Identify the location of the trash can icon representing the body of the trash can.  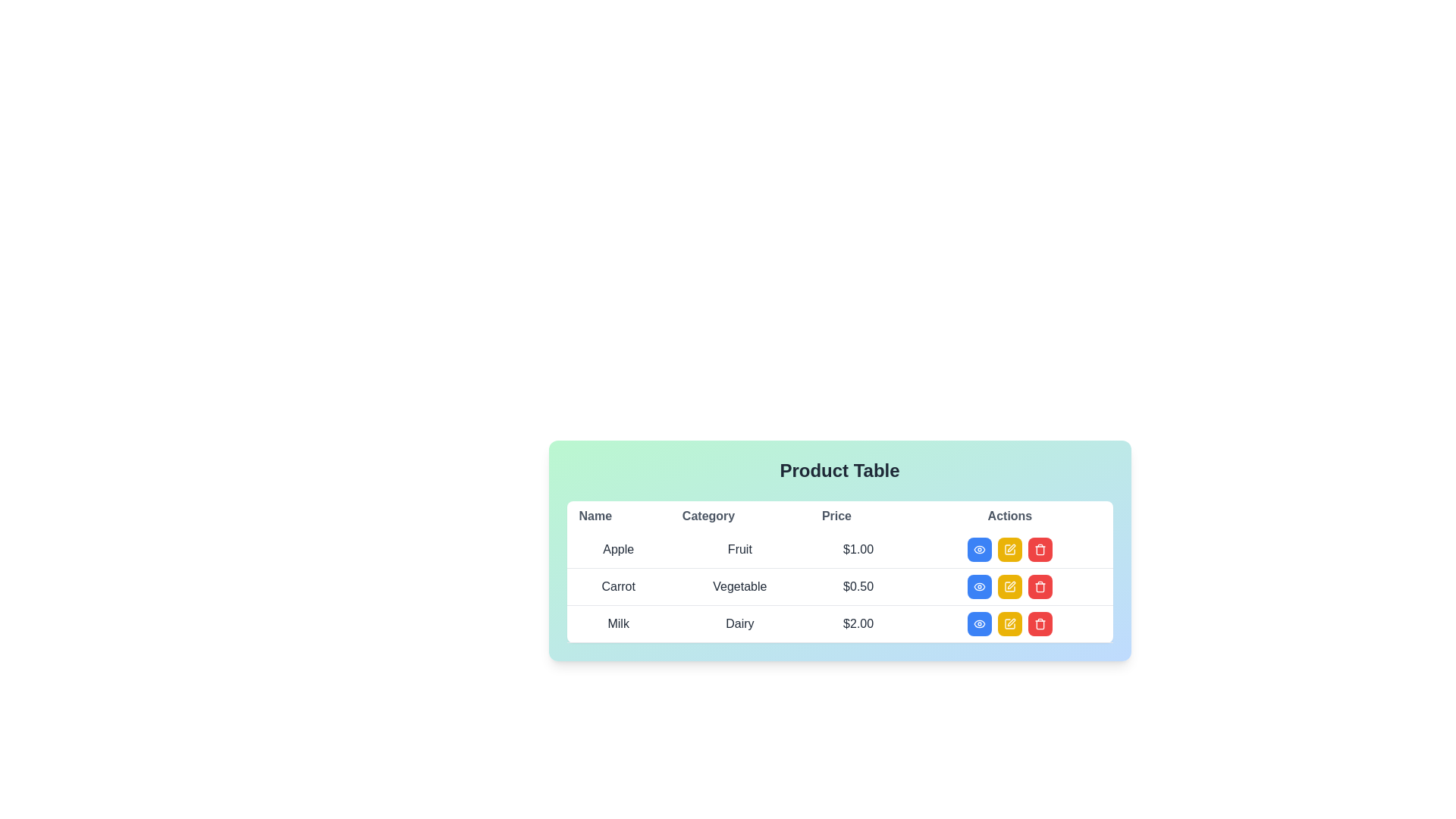
(1039, 587).